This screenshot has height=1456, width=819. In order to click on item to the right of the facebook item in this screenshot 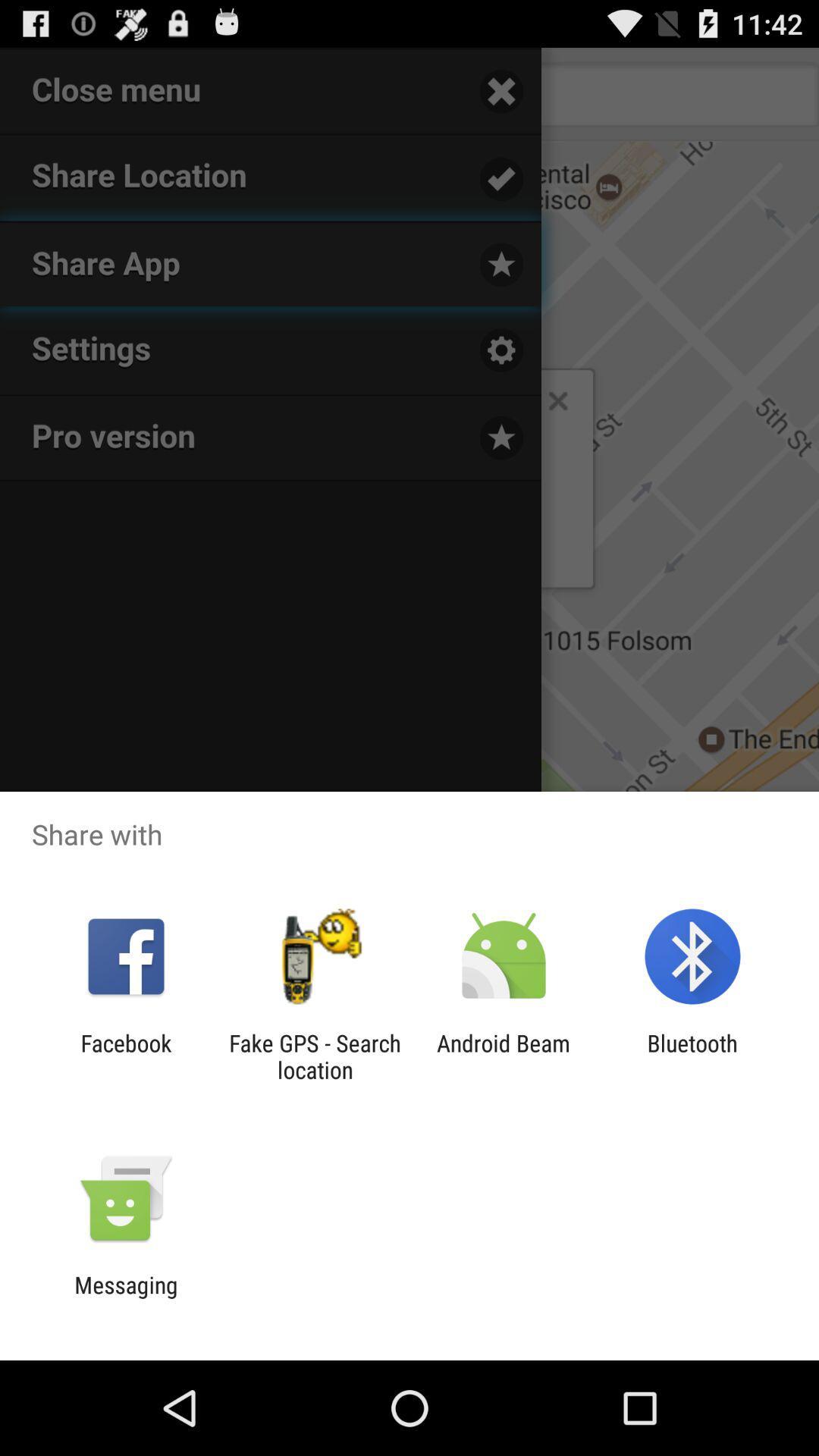, I will do `click(314, 1056)`.